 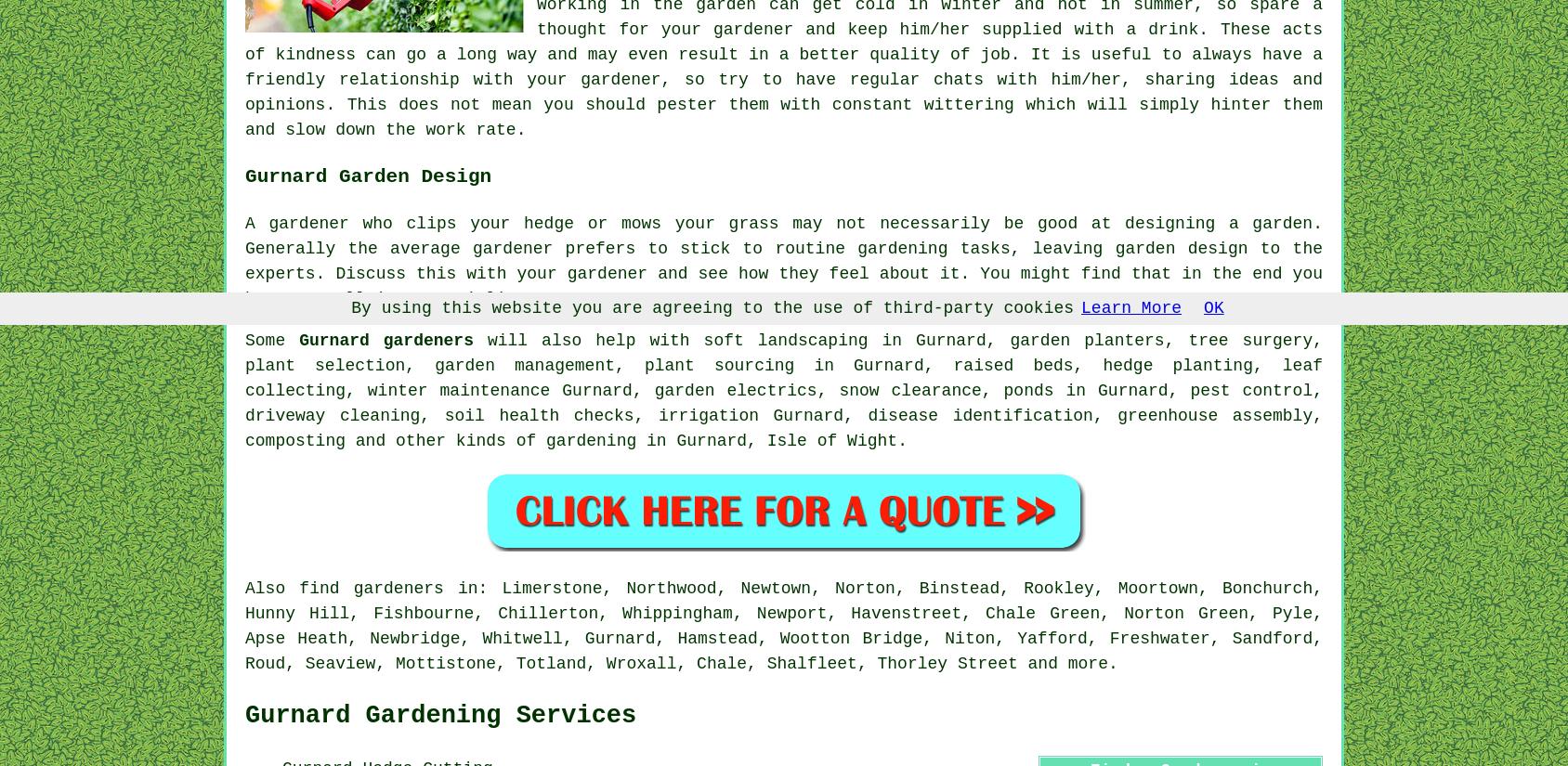 What do you see at coordinates (385, 339) in the screenshot?
I see `'Gurnard gardeners'` at bounding box center [385, 339].